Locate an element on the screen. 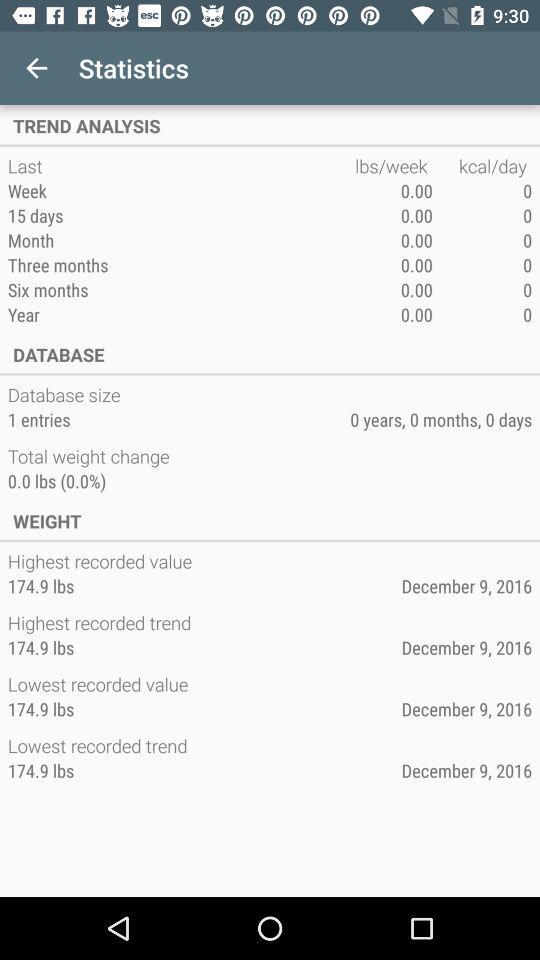 The width and height of the screenshot is (540, 960). the item below database item is located at coordinates (66, 393).